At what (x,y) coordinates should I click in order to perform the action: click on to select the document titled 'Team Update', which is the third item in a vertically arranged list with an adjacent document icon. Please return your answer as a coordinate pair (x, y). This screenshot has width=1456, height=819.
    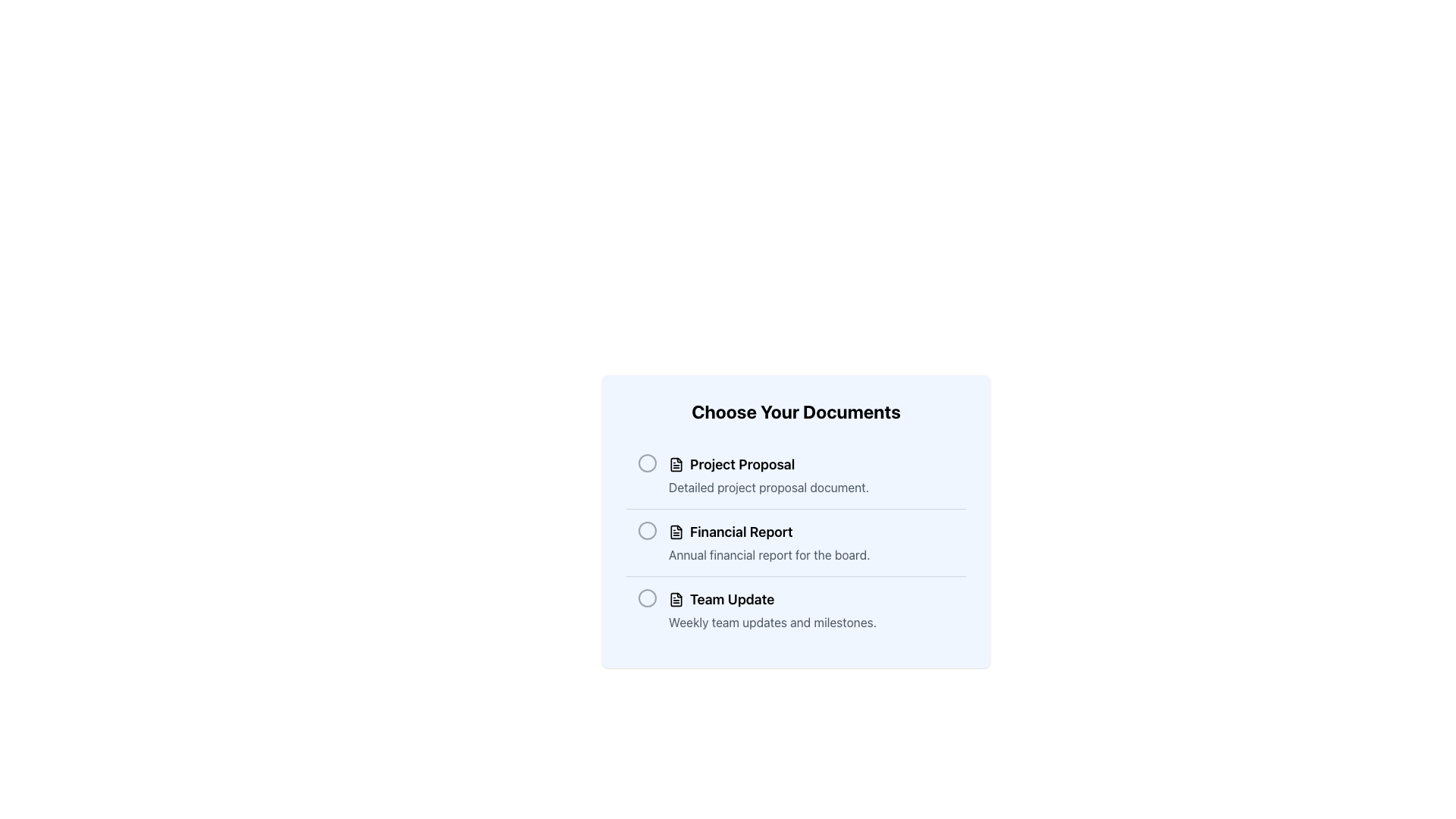
    Looking at the image, I should click on (773, 598).